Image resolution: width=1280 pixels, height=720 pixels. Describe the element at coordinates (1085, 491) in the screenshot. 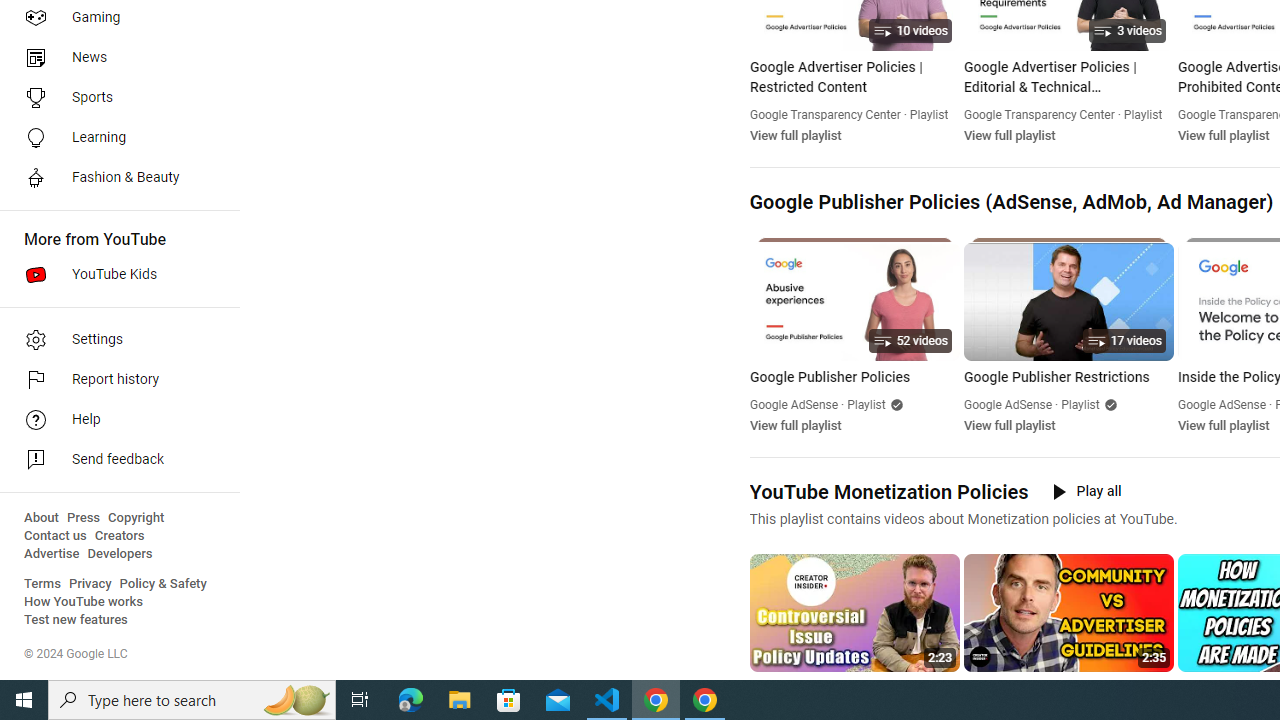

I see `'Play all'` at that location.